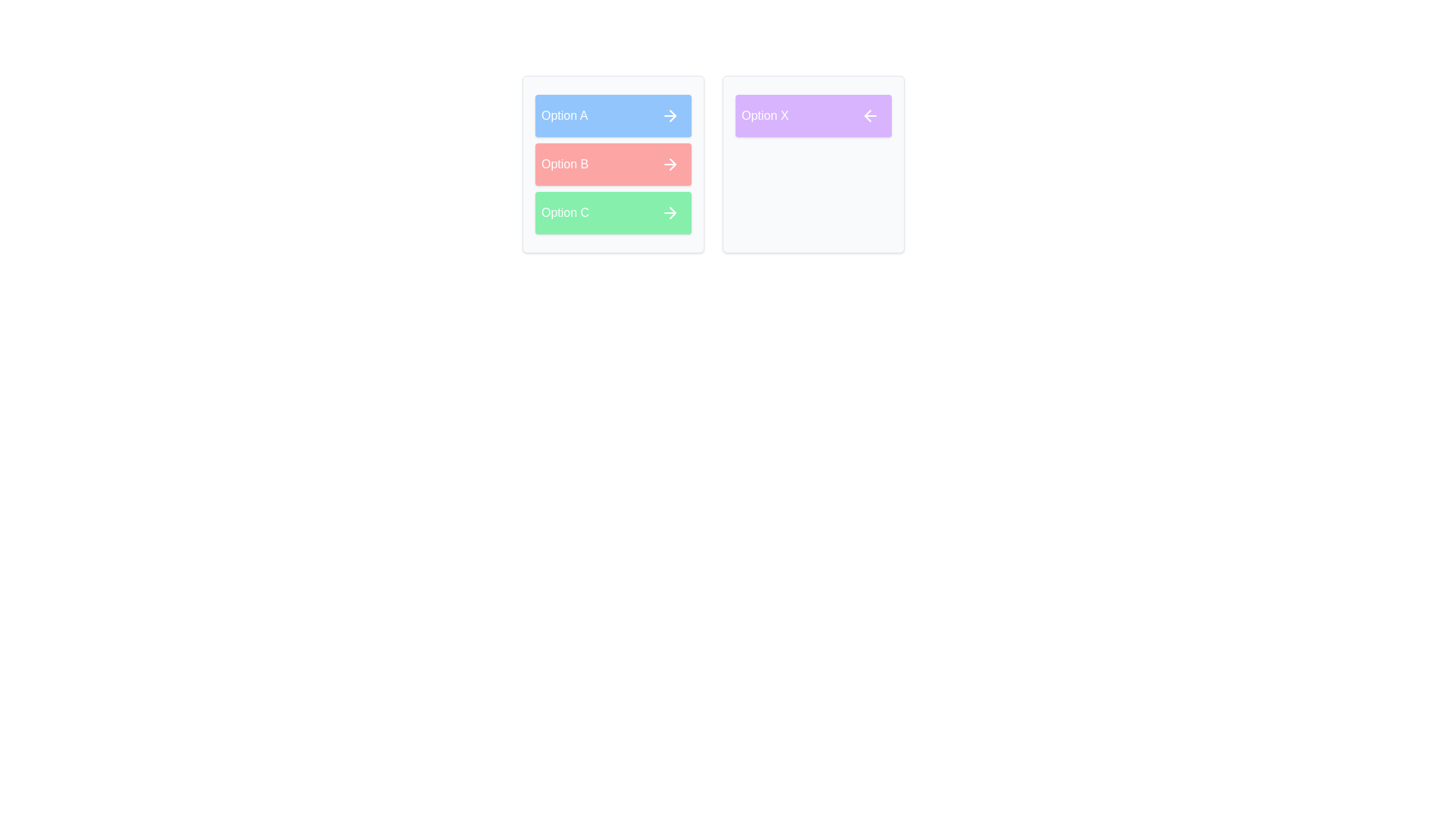 Image resolution: width=1456 pixels, height=819 pixels. Describe the element at coordinates (813, 115) in the screenshot. I see `the item Option X in the target list to view its details` at that location.